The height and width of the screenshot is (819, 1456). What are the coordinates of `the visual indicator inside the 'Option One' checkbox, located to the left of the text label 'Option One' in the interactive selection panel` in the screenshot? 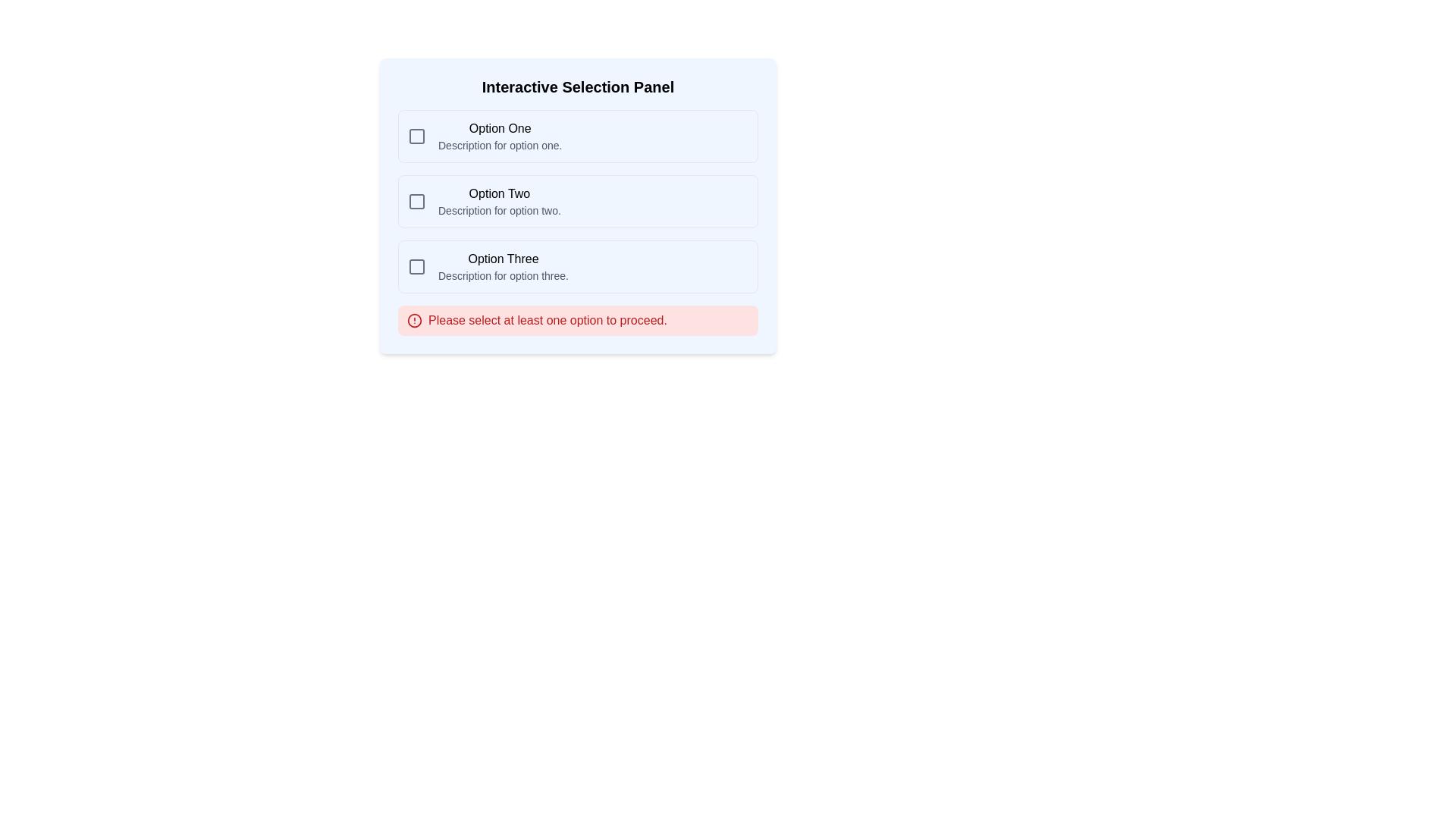 It's located at (417, 136).